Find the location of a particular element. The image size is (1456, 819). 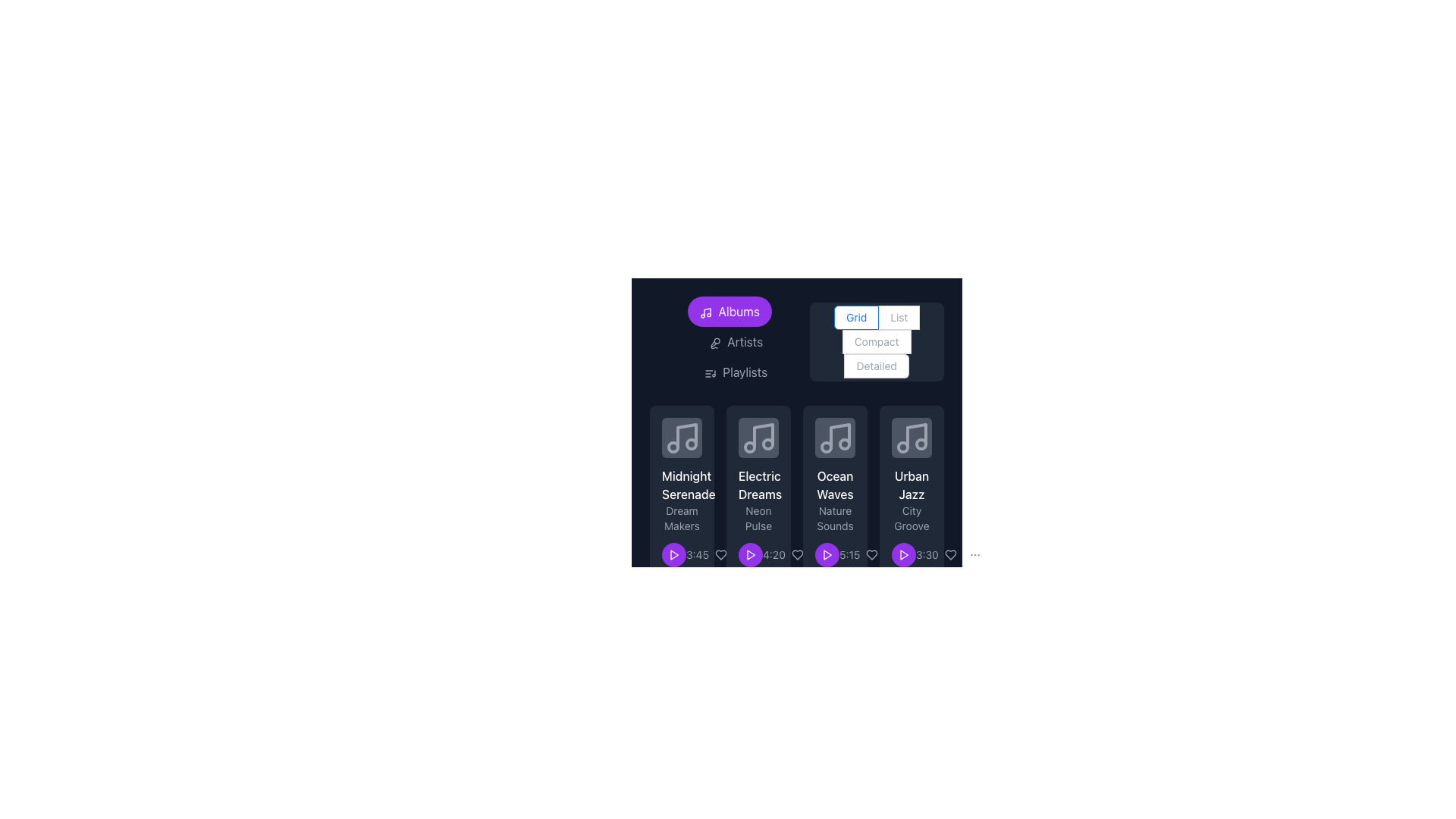

the decorative music icon located on the left side of the 'Albums' button in the navigation options at the top of the layout is located at coordinates (705, 312).